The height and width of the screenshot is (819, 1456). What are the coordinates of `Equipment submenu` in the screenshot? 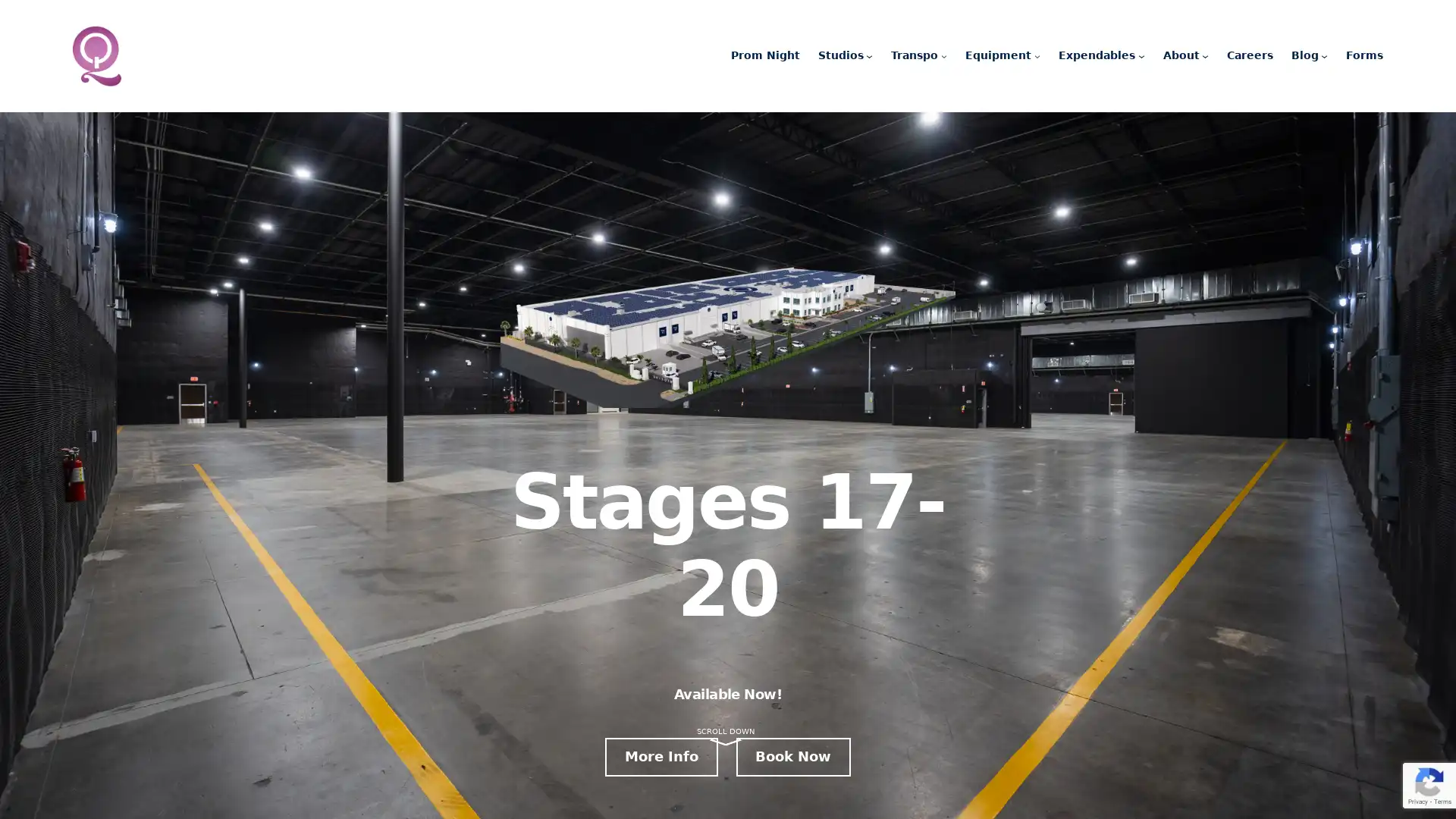 It's located at (1036, 55).